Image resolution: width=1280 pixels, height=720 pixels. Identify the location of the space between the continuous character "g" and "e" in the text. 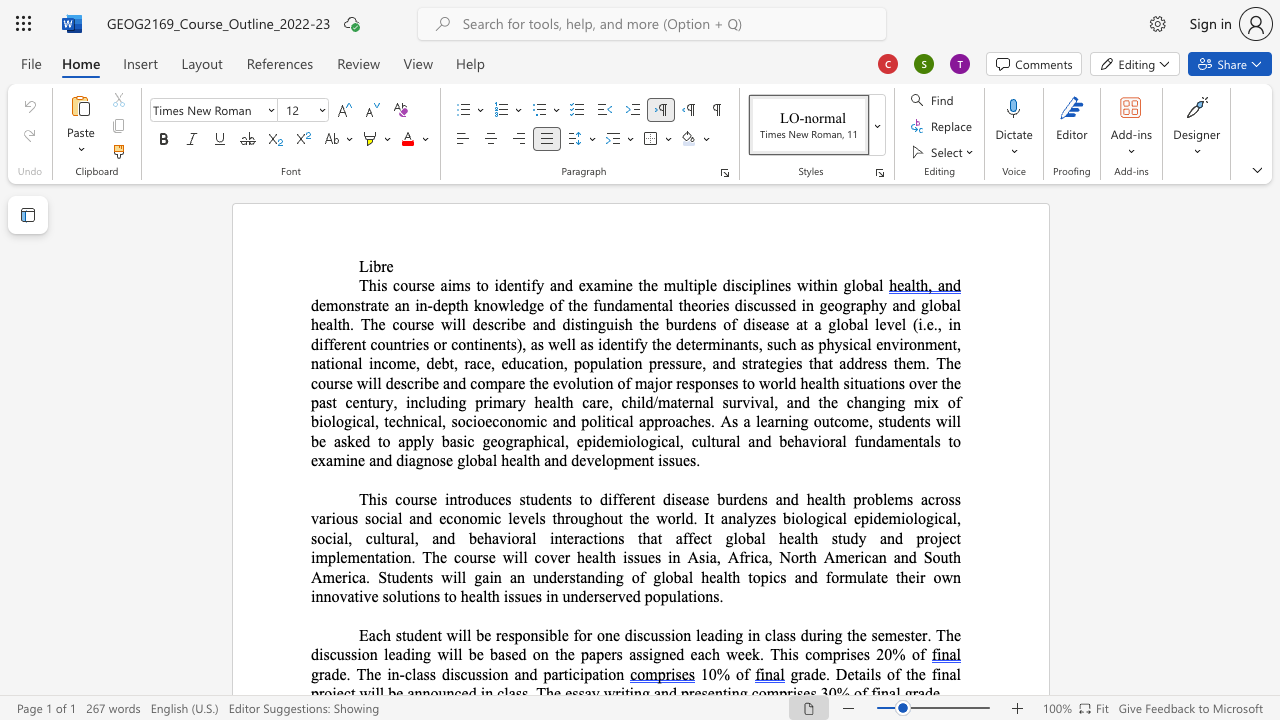
(490, 440).